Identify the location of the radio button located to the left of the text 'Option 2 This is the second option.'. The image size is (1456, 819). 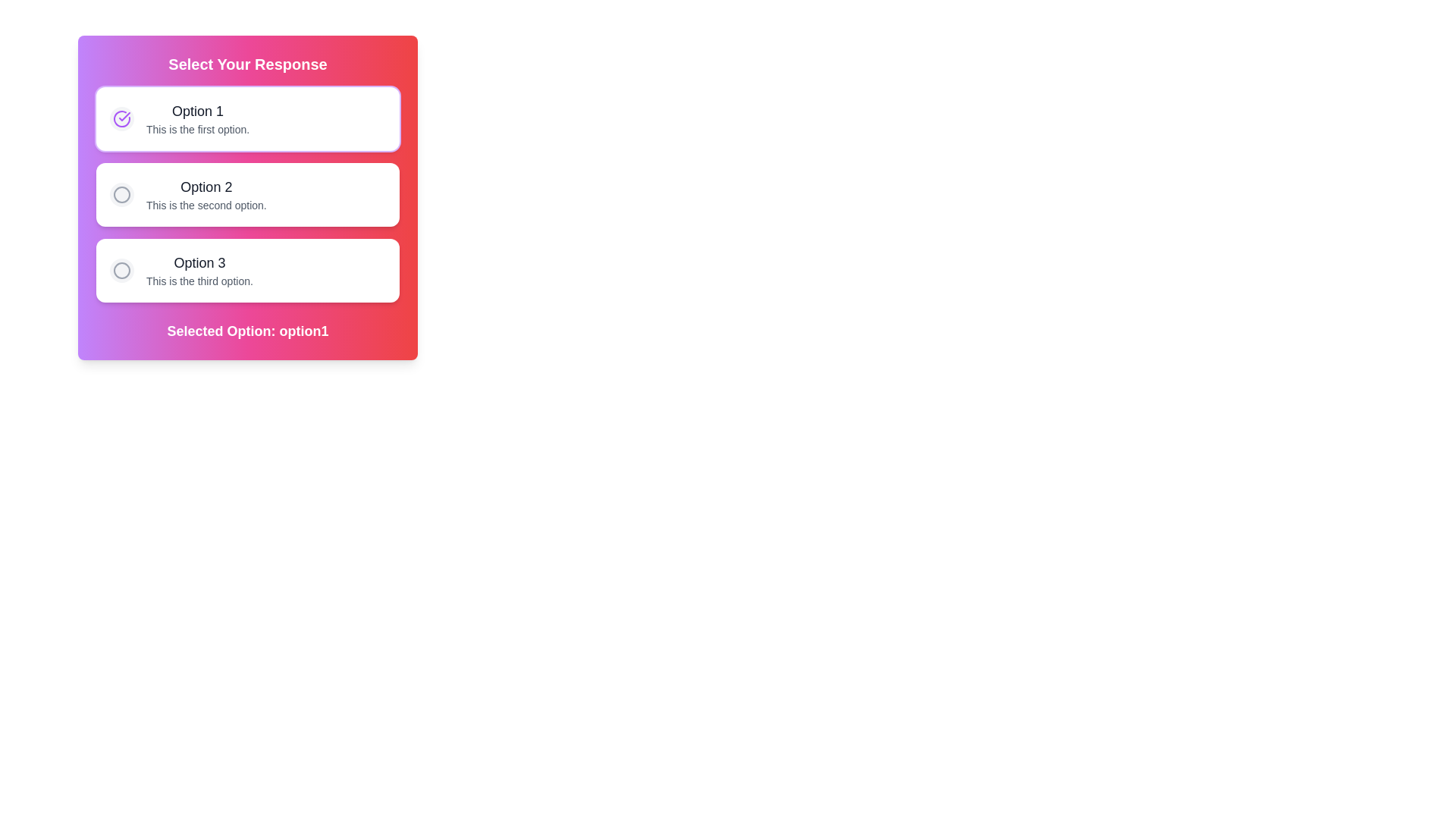
(122, 194).